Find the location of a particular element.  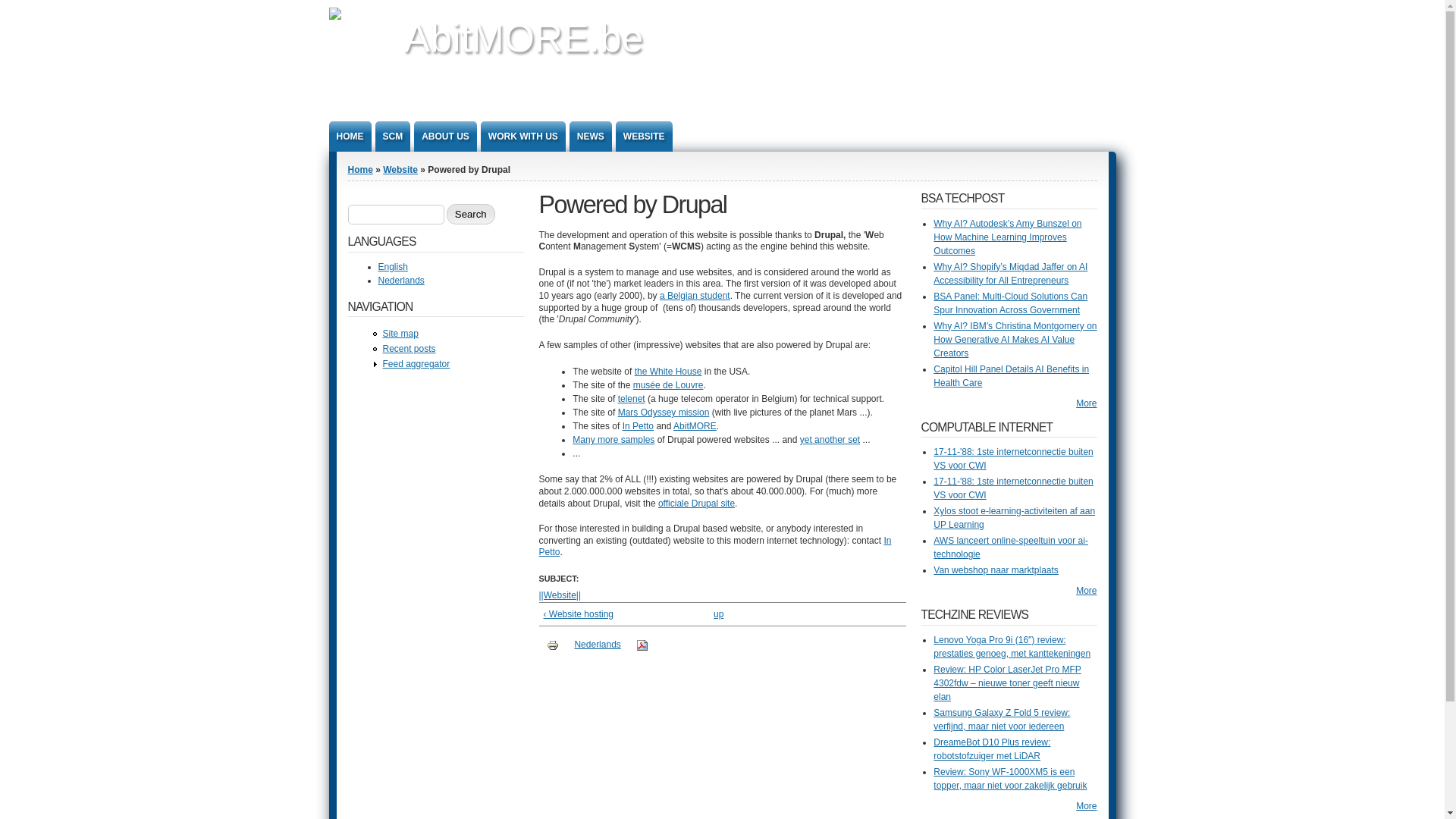

'DreameBot D10 Plus review: robotstofzuiger met LiDAR' is located at coordinates (932, 748).